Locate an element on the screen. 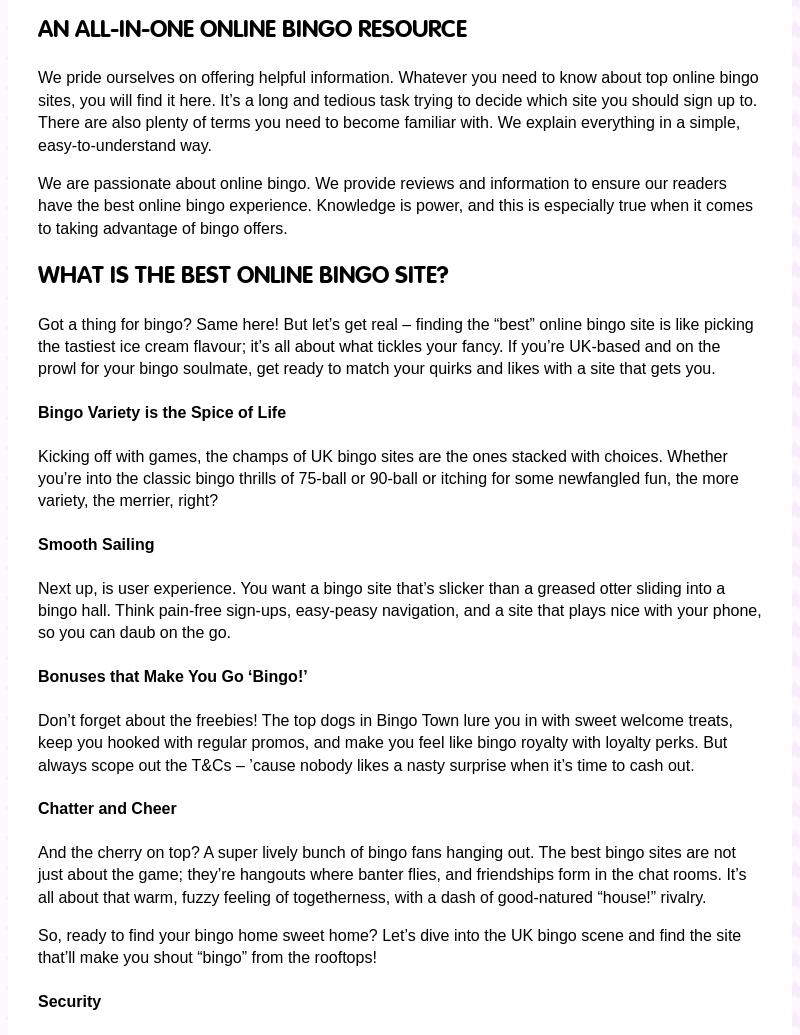  'An all-in-one Online Bingo Resource' is located at coordinates (251, 29).